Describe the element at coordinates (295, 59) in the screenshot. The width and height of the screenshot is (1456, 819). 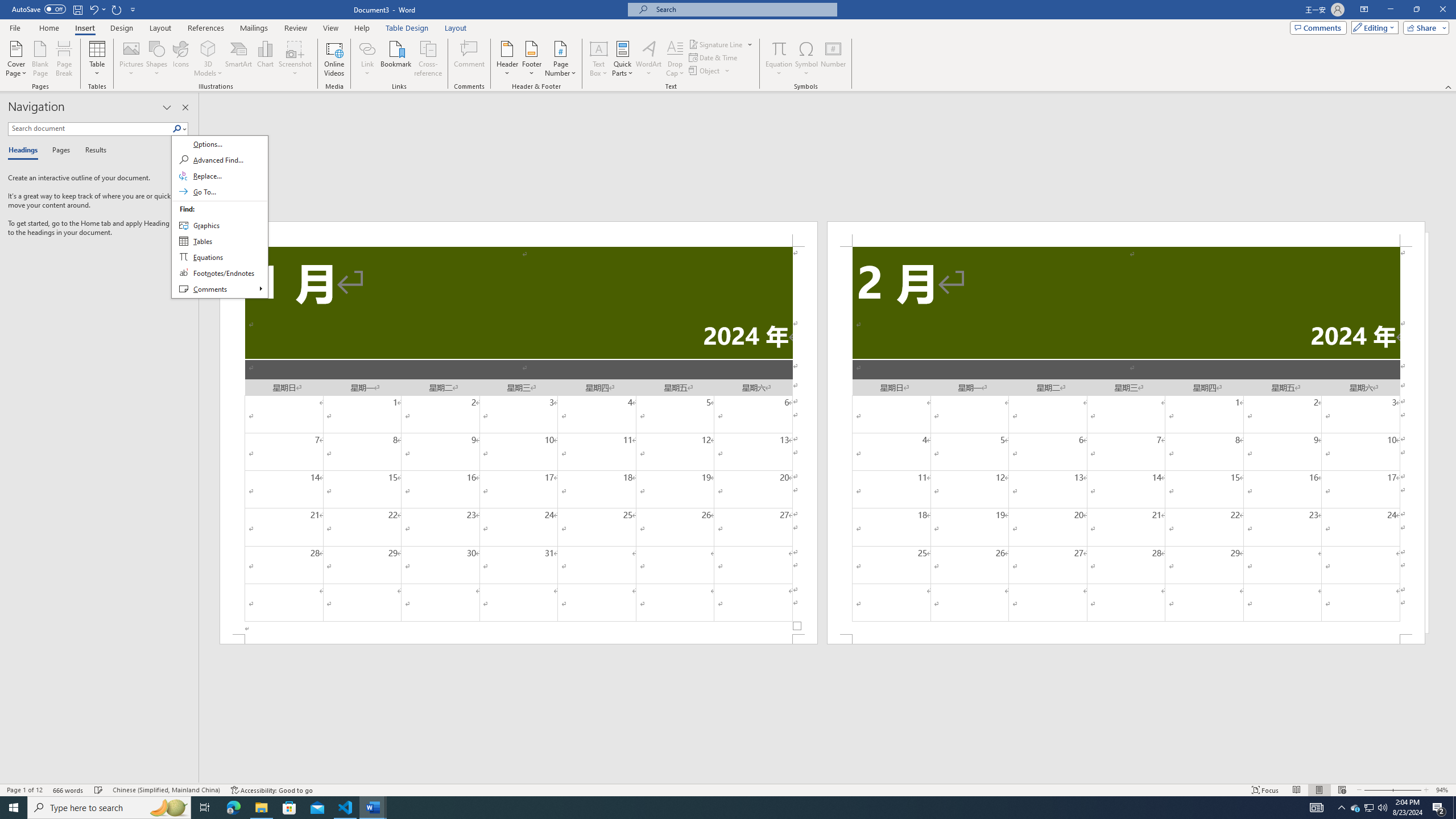
I see `'Screenshot'` at that location.